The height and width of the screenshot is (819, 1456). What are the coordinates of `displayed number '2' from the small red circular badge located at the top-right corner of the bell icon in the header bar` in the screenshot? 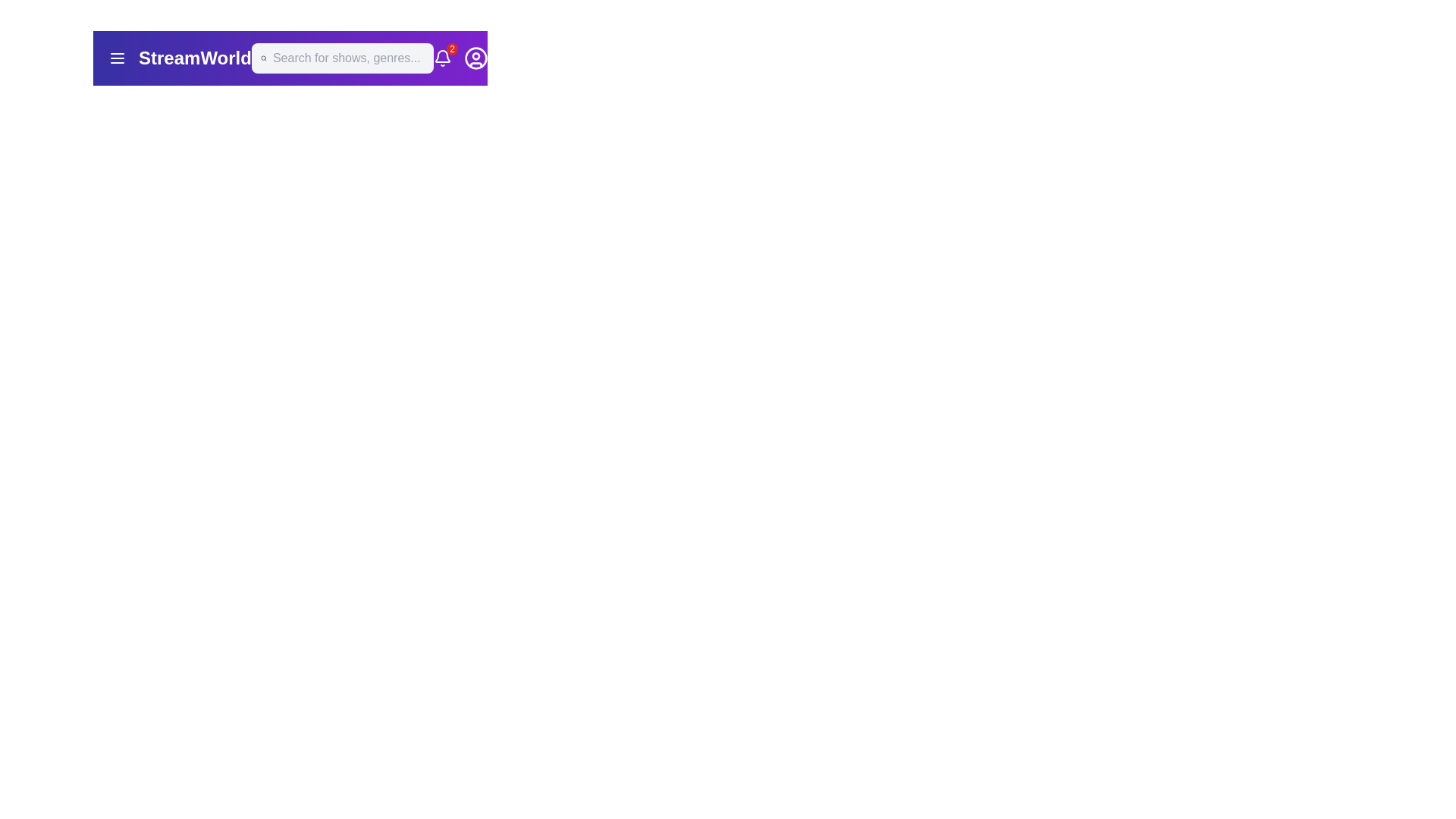 It's located at (441, 58).